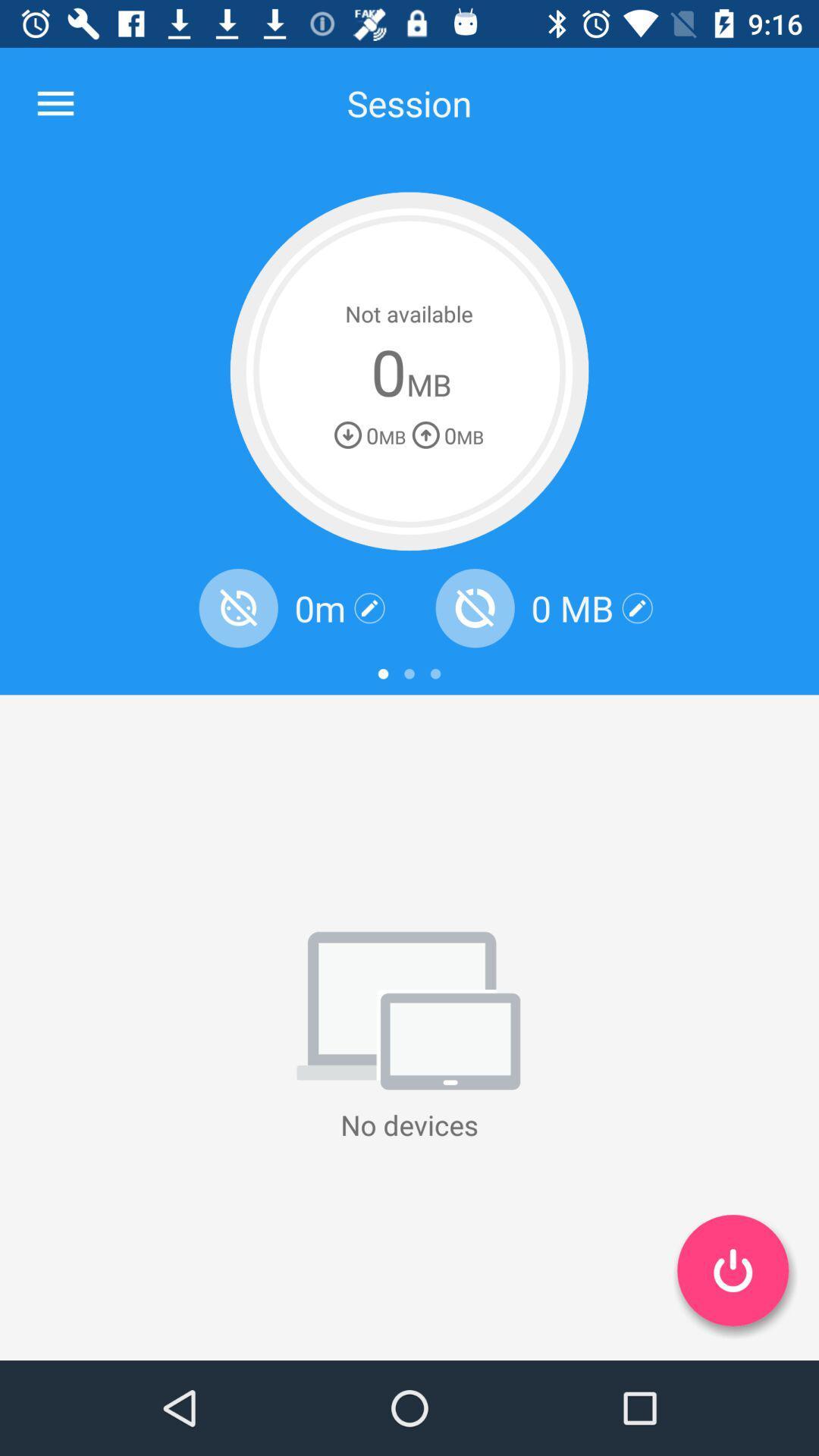  Describe the element at coordinates (55, 102) in the screenshot. I see `the item at the top left corner` at that location.